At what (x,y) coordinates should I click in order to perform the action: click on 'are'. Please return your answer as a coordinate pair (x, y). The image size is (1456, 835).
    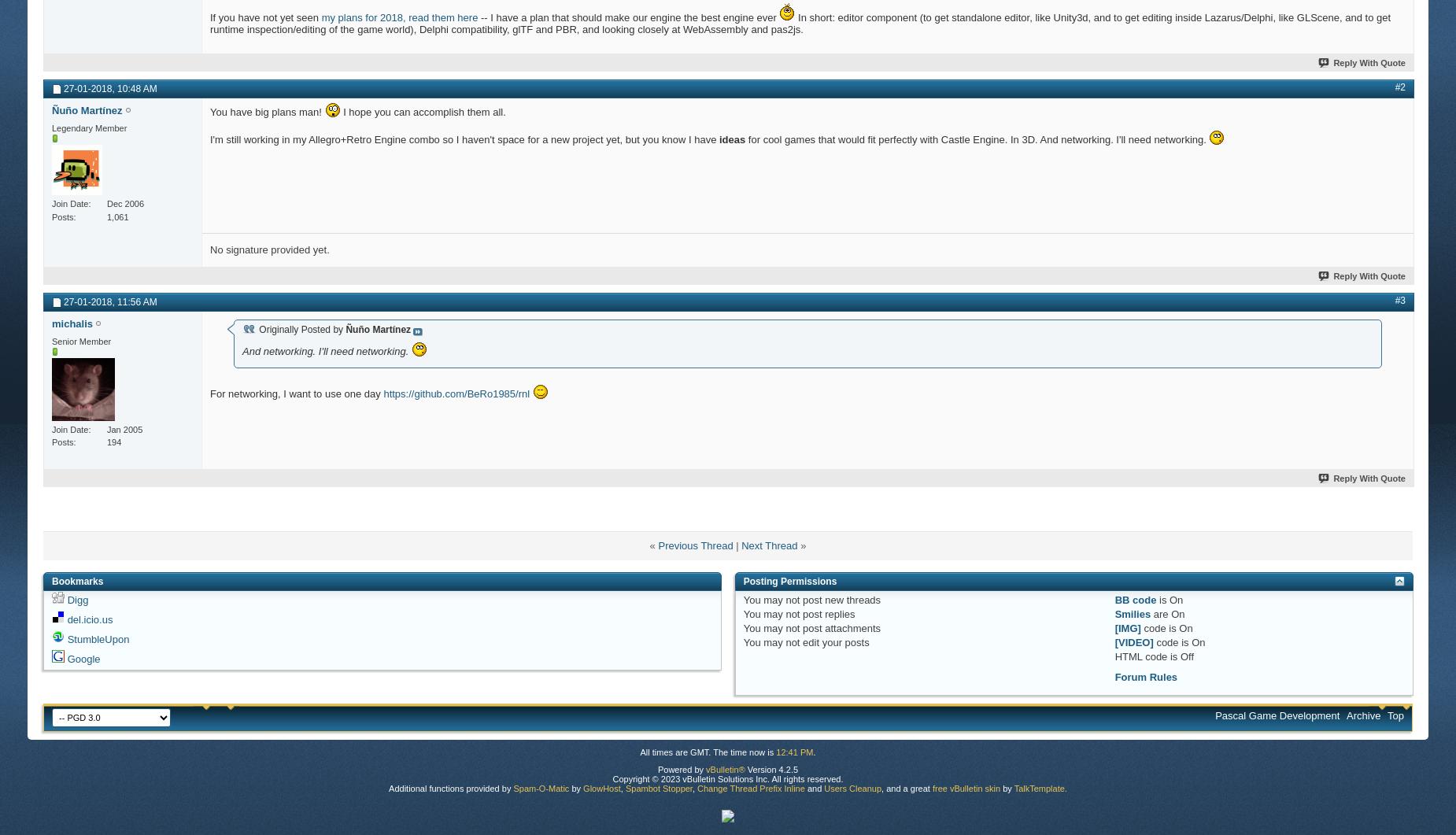
    Looking at the image, I should click on (1161, 613).